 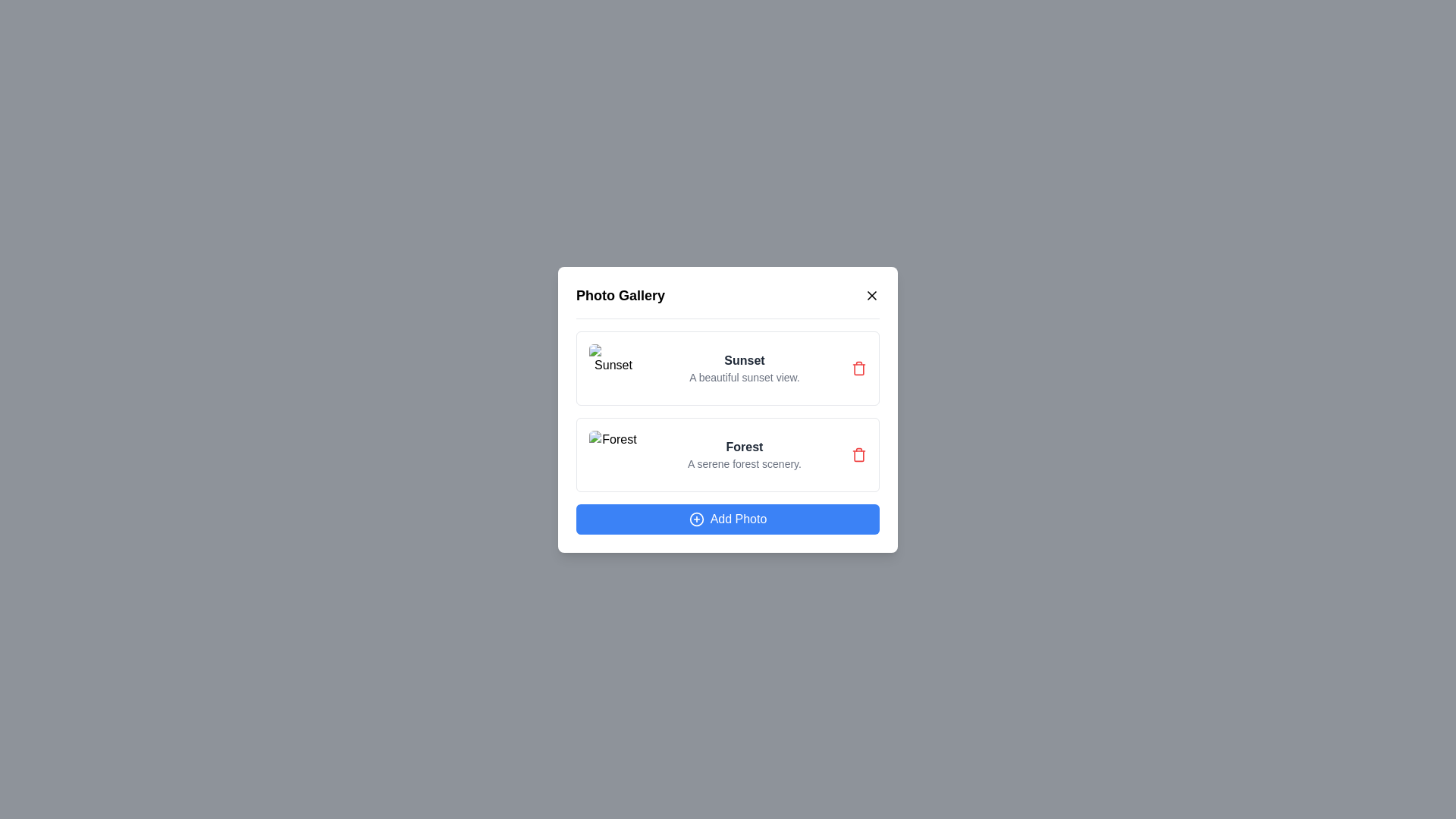 I want to click on the title text label in the second row of the 'Photo Gallery' that describes the photo entry, which is positioned above the descriptive text 'A serene forest scenery.', so click(x=745, y=446).